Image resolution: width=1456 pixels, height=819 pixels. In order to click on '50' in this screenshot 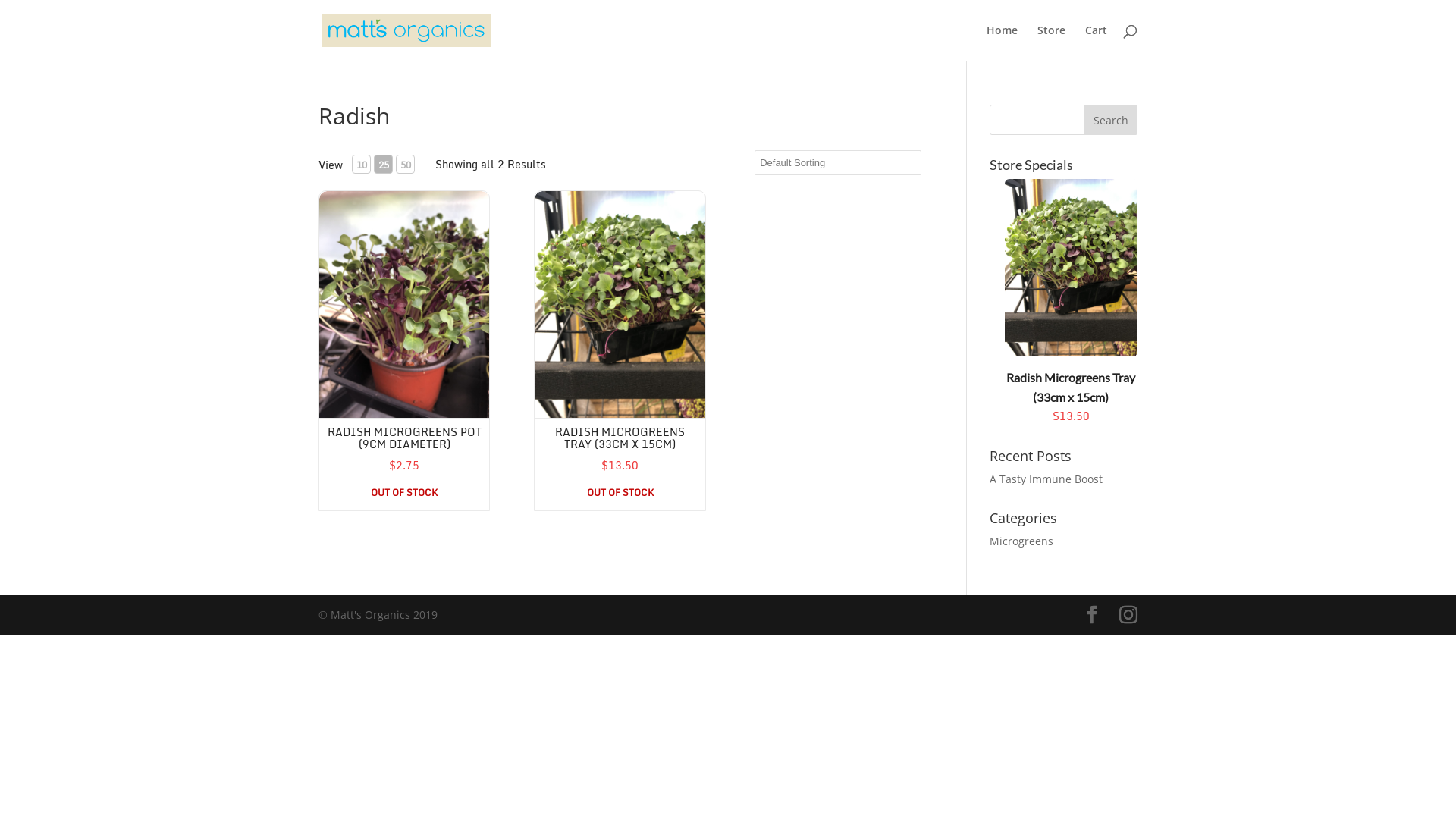, I will do `click(396, 164)`.